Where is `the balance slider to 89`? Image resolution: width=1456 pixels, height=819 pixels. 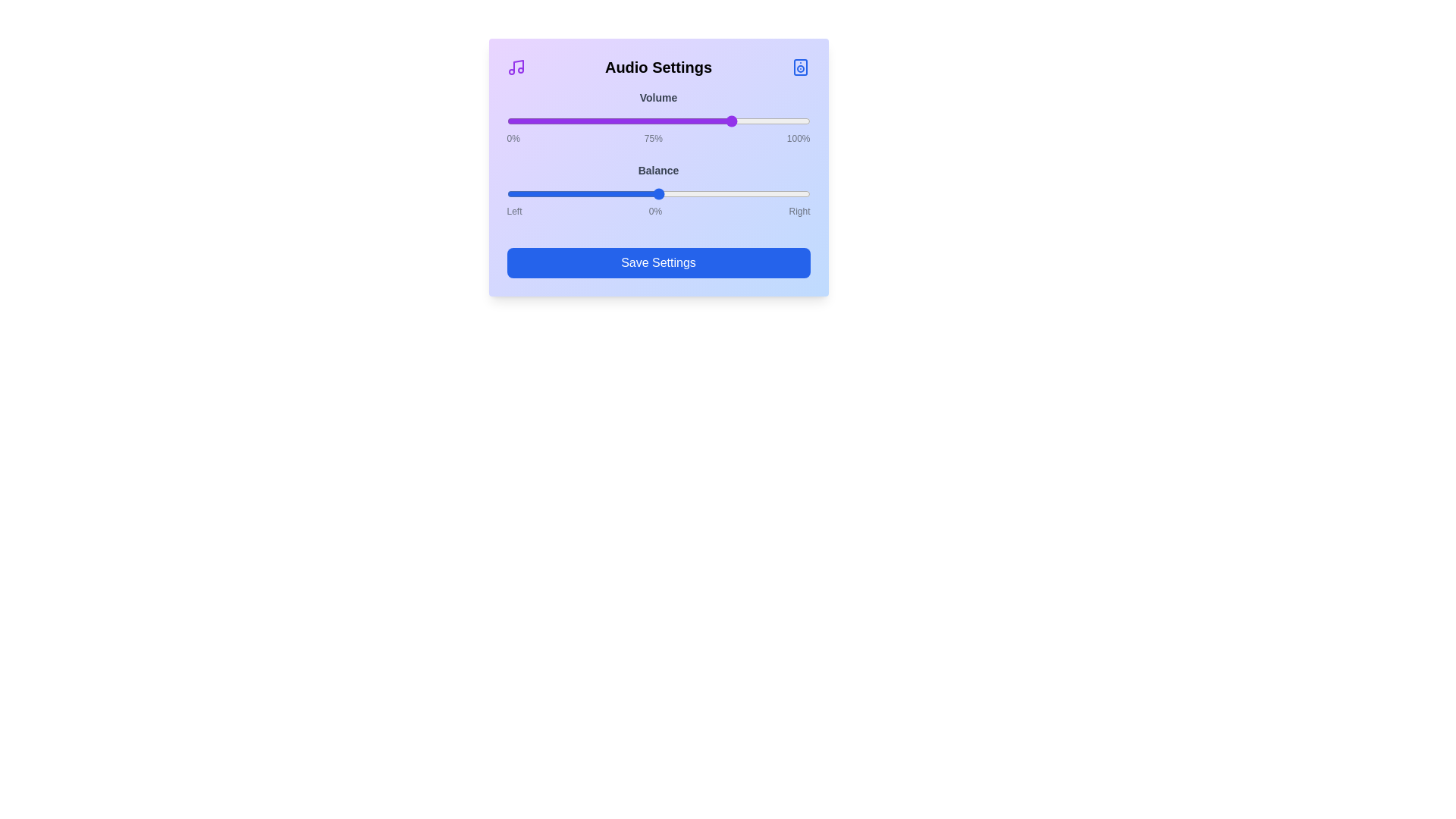 the balance slider to 89 is located at coordinates (792, 193).